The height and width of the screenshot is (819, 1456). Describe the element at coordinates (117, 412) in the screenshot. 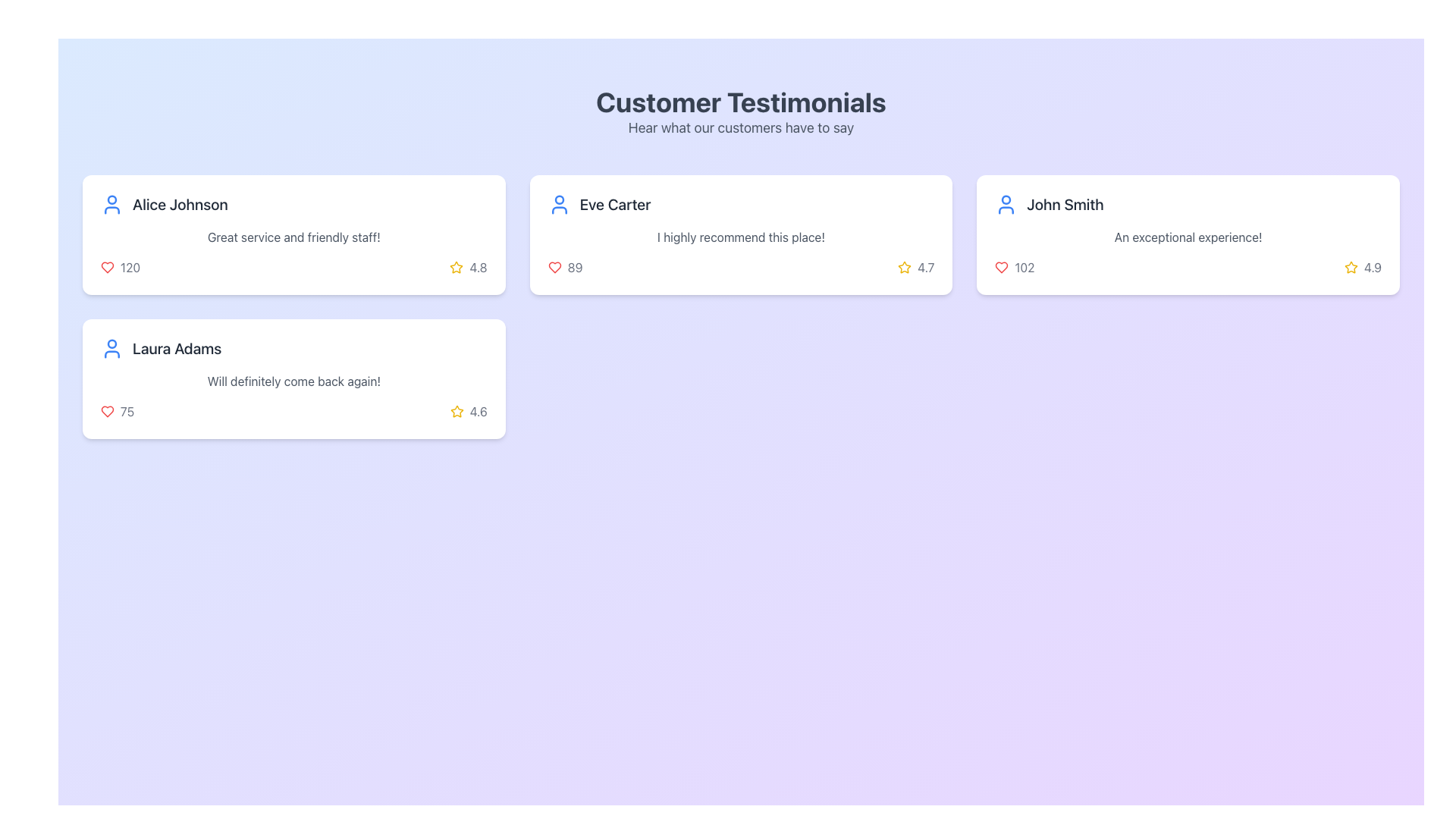

I see `the heart icon and count display element indicating 75 likes under Laura Adams' feedback` at that location.